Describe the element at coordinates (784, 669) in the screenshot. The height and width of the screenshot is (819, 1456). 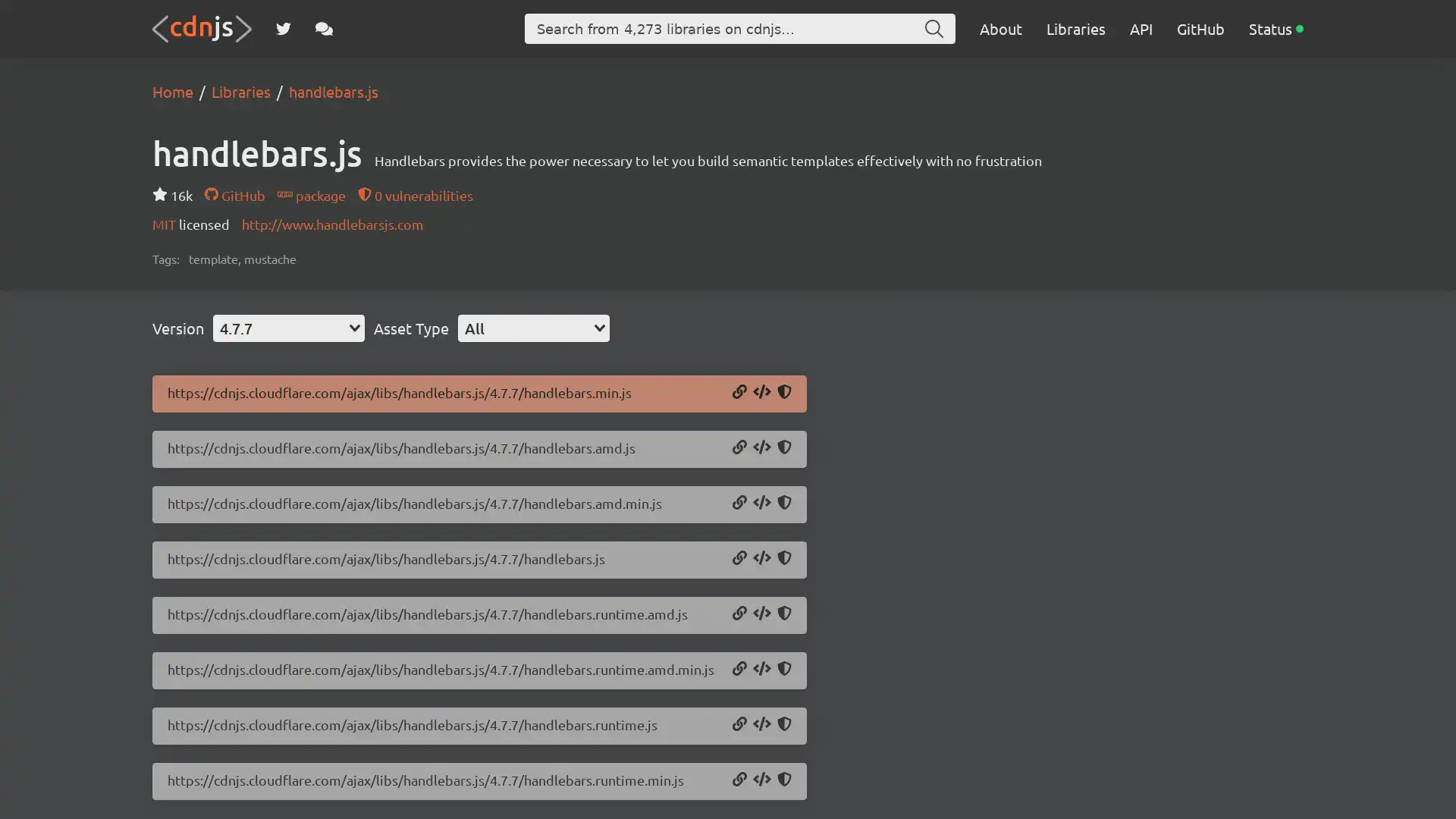
I see `Copy SRI Hash` at that location.